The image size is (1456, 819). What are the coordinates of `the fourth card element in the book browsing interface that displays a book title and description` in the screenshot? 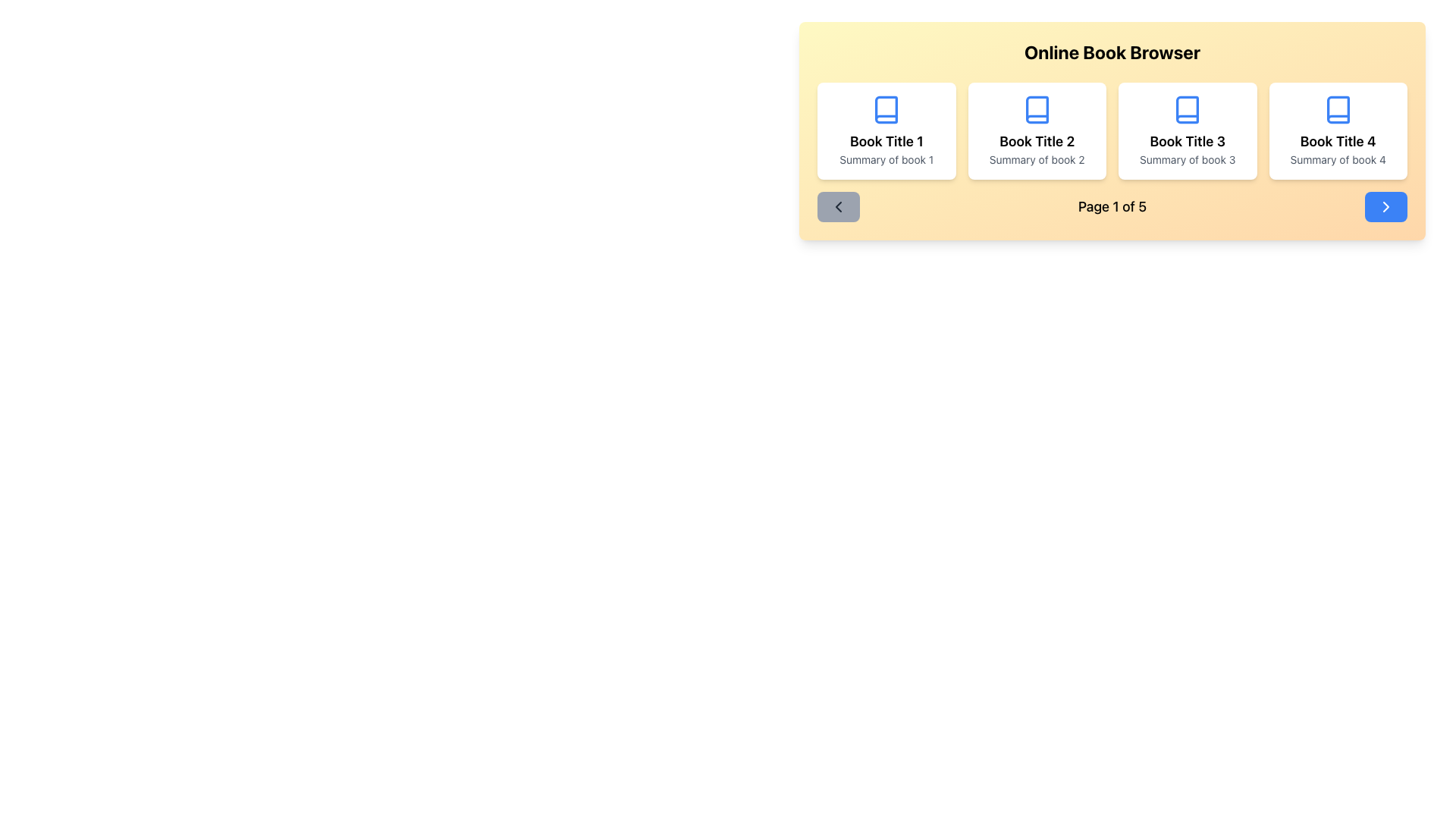 It's located at (1338, 130).